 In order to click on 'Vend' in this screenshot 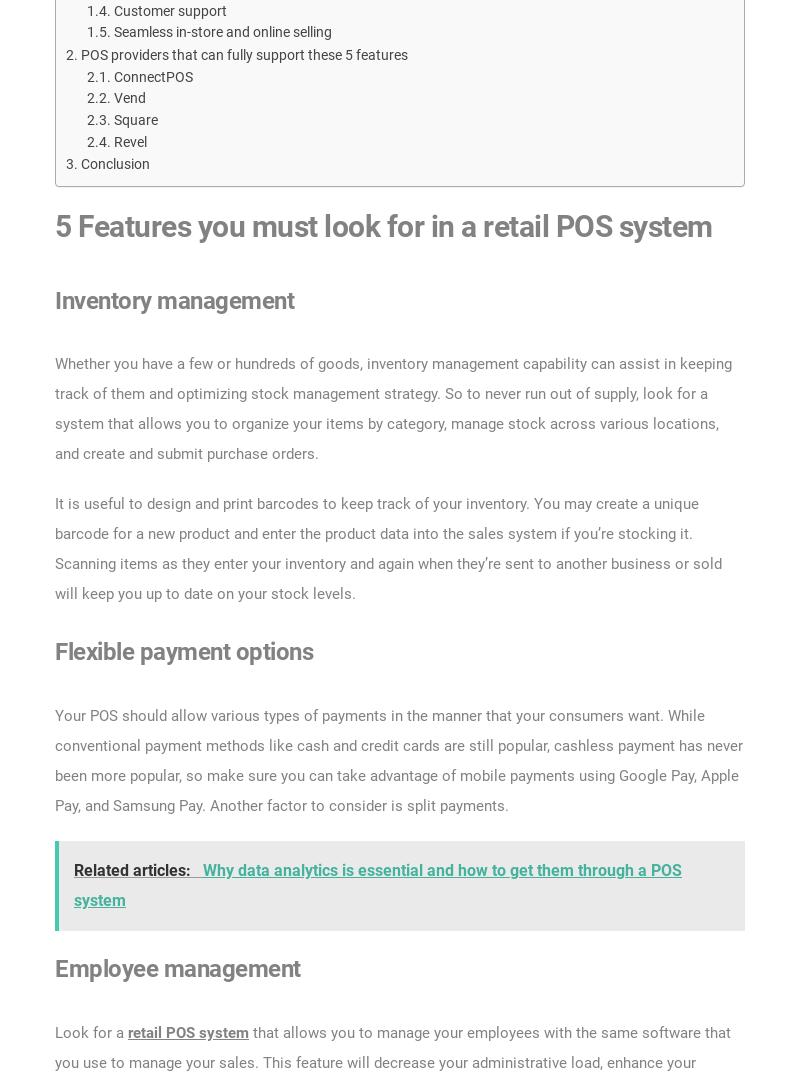, I will do `click(129, 97)`.